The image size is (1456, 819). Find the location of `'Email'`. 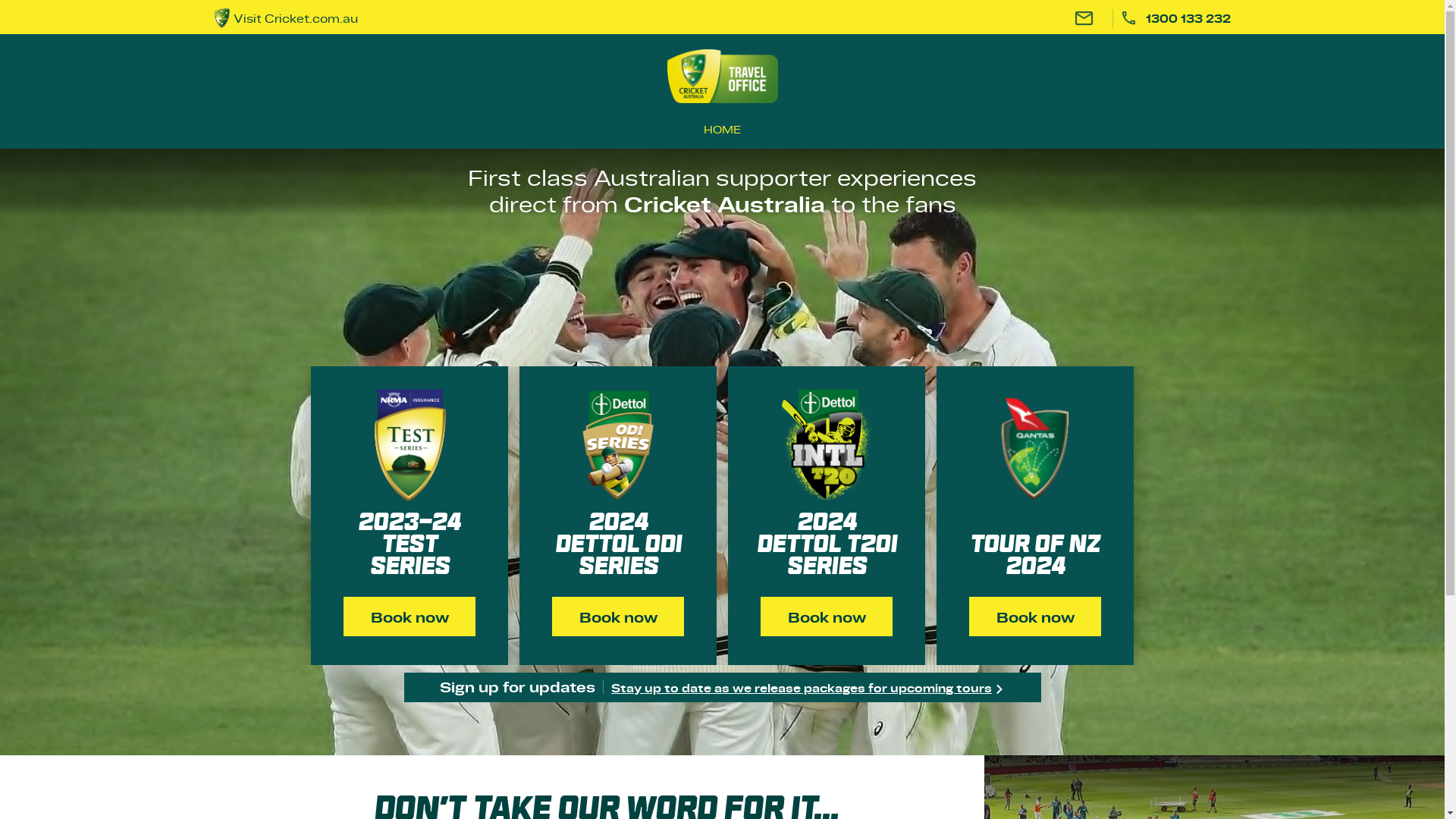

'Email' is located at coordinates (1084, 18).